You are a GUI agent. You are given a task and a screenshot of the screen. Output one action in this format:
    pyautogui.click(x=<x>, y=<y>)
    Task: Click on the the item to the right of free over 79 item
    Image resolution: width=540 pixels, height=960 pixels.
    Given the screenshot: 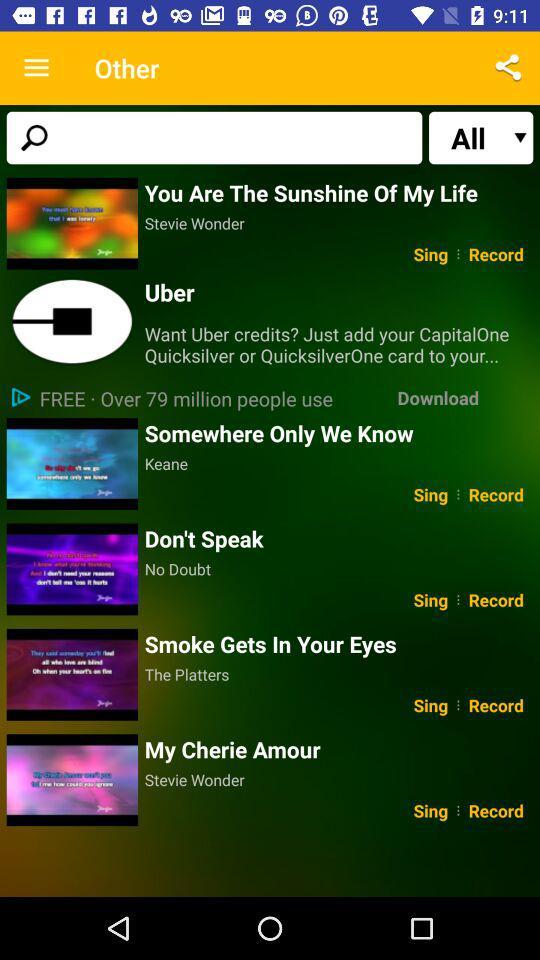 What is the action you would take?
    pyautogui.click(x=437, y=396)
    